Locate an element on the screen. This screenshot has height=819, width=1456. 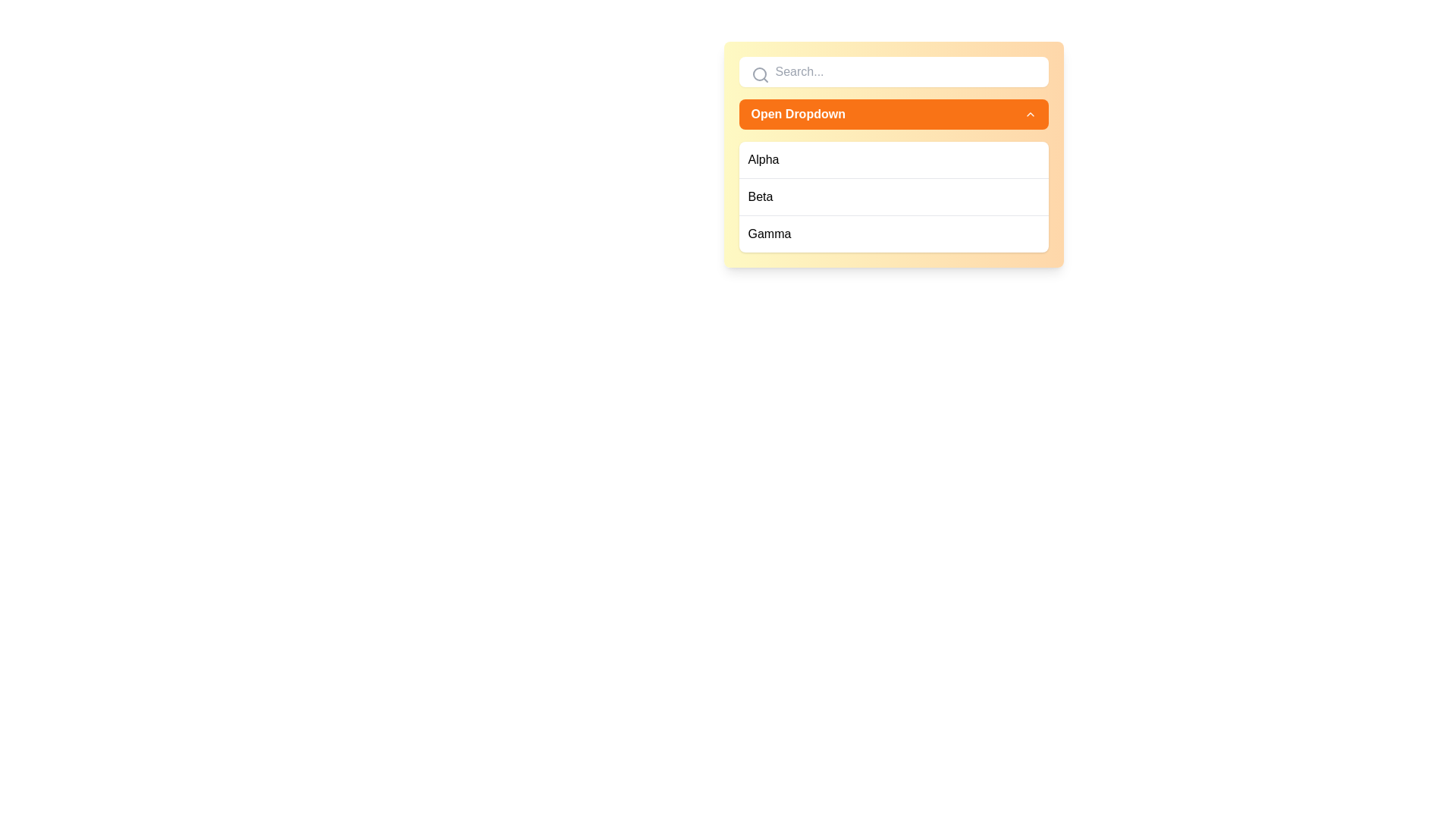
the list item option labeled 'Alpha' in the dropdown menu is located at coordinates (764, 160).